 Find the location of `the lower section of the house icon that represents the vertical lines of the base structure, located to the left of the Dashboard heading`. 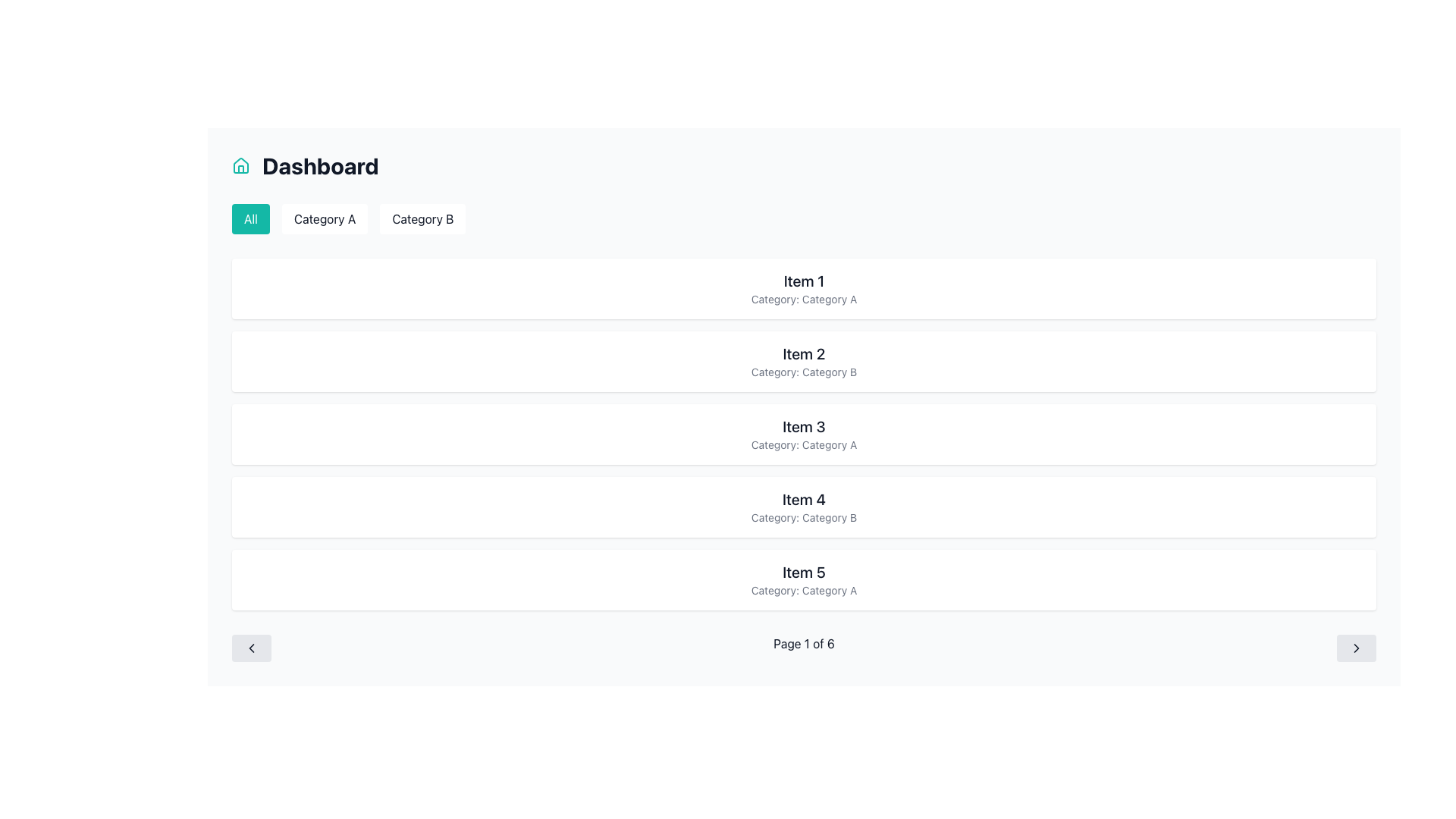

the lower section of the house icon that represents the vertical lines of the base structure, located to the left of the Dashboard heading is located at coordinates (240, 169).